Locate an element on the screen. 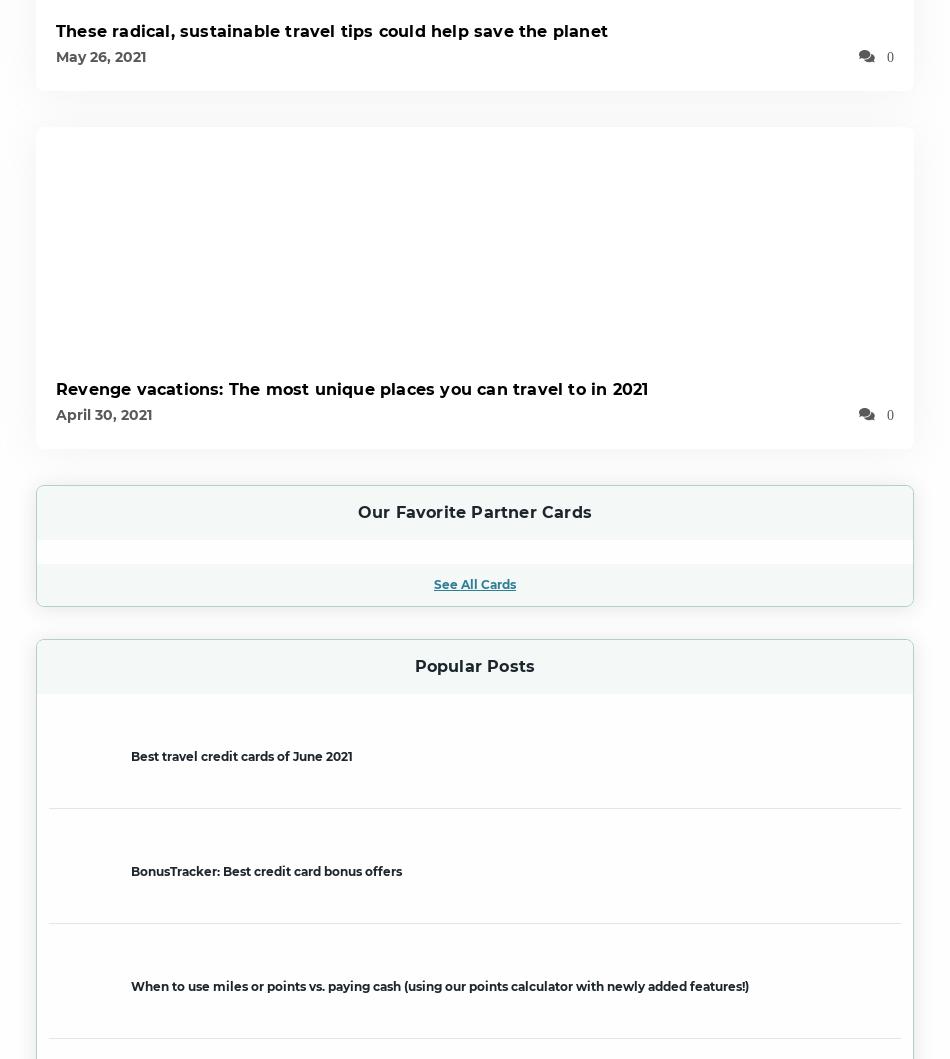 This screenshot has width=950, height=1059. 'April 30, 2021' is located at coordinates (104, 412).